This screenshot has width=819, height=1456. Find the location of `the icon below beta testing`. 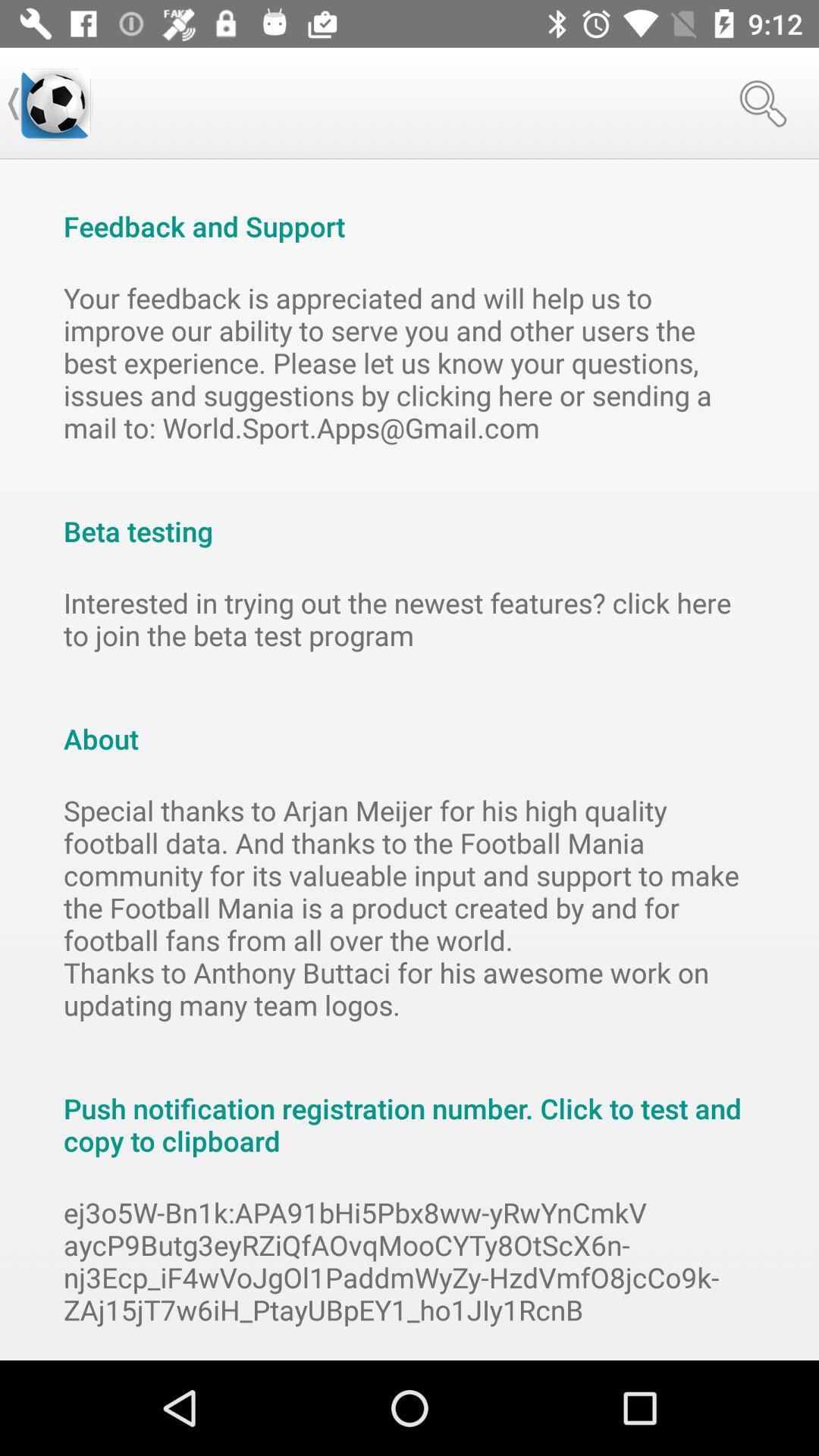

the icon below beta testing is located at coordinates (409, 619).